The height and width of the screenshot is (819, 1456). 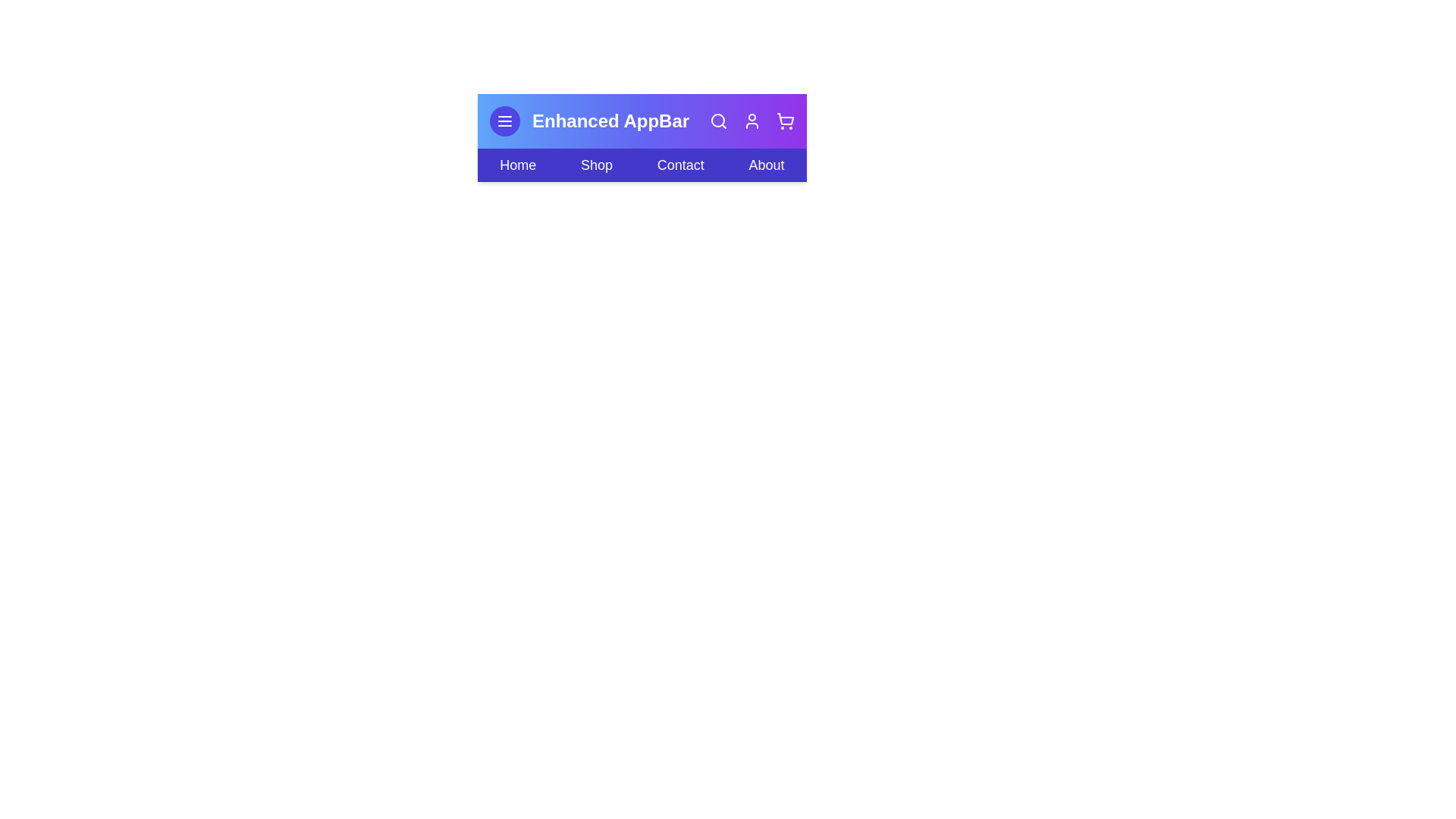 What do you see at coordinates (505, 120) in the screenshot?
I see `the menu button to toggle the visibility of the menu` at bounding box center [505, 120].